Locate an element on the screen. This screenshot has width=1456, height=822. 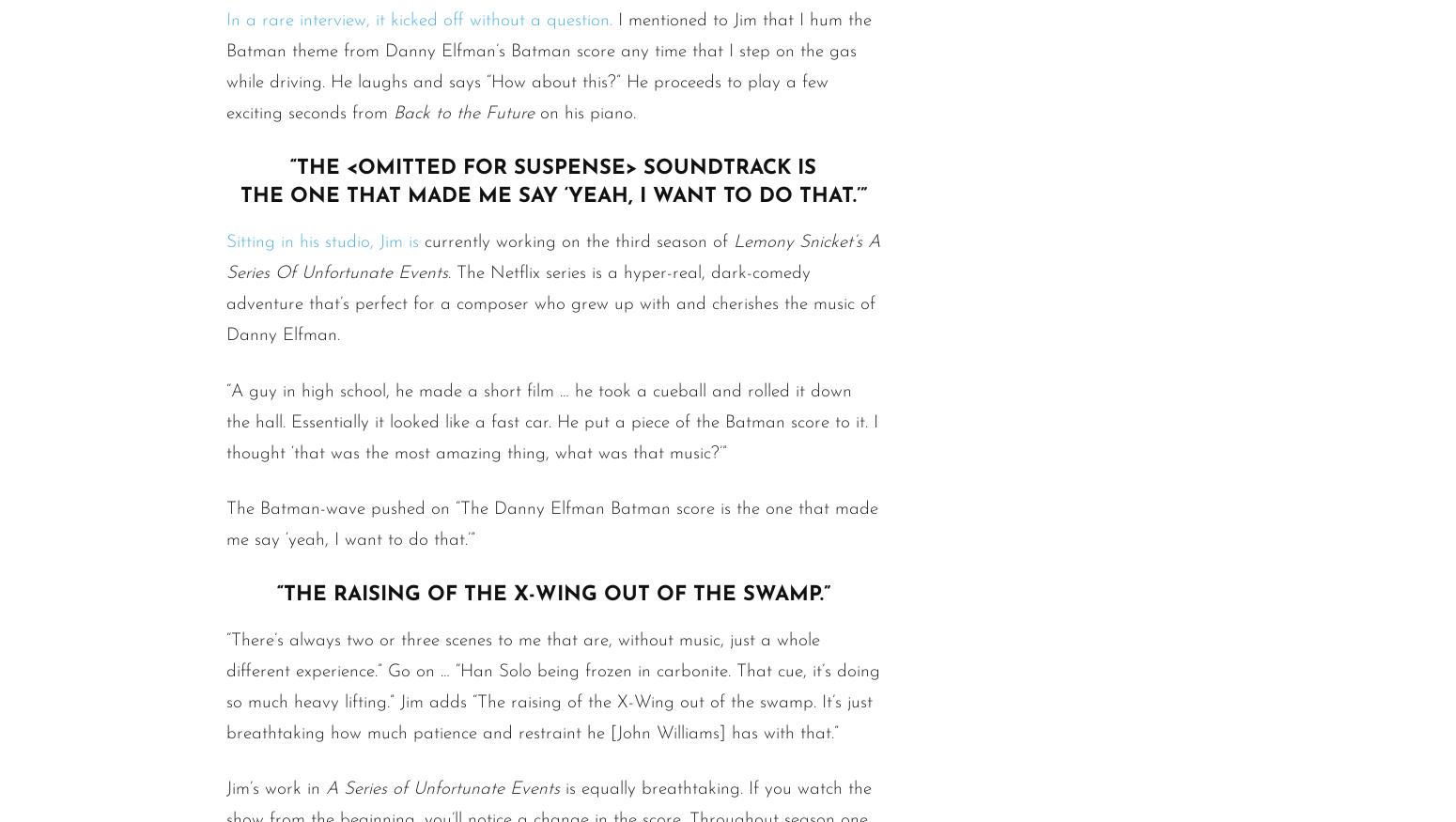
'the one that made me say ‘yeah, I want to do that.’”' is located at coordinates (239, 196).